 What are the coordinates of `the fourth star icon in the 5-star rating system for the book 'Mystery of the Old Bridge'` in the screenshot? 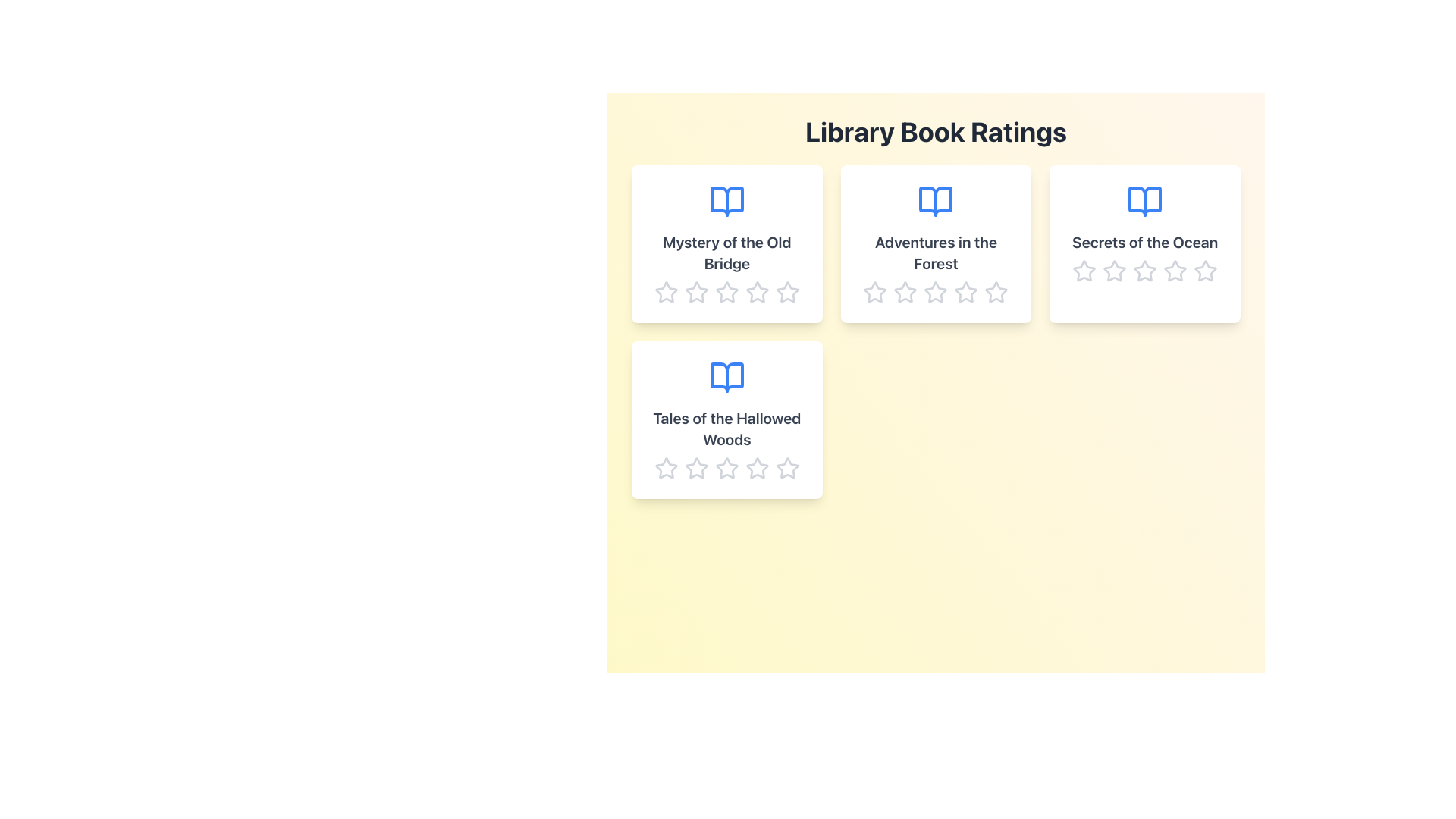 It's located at (757, 292).